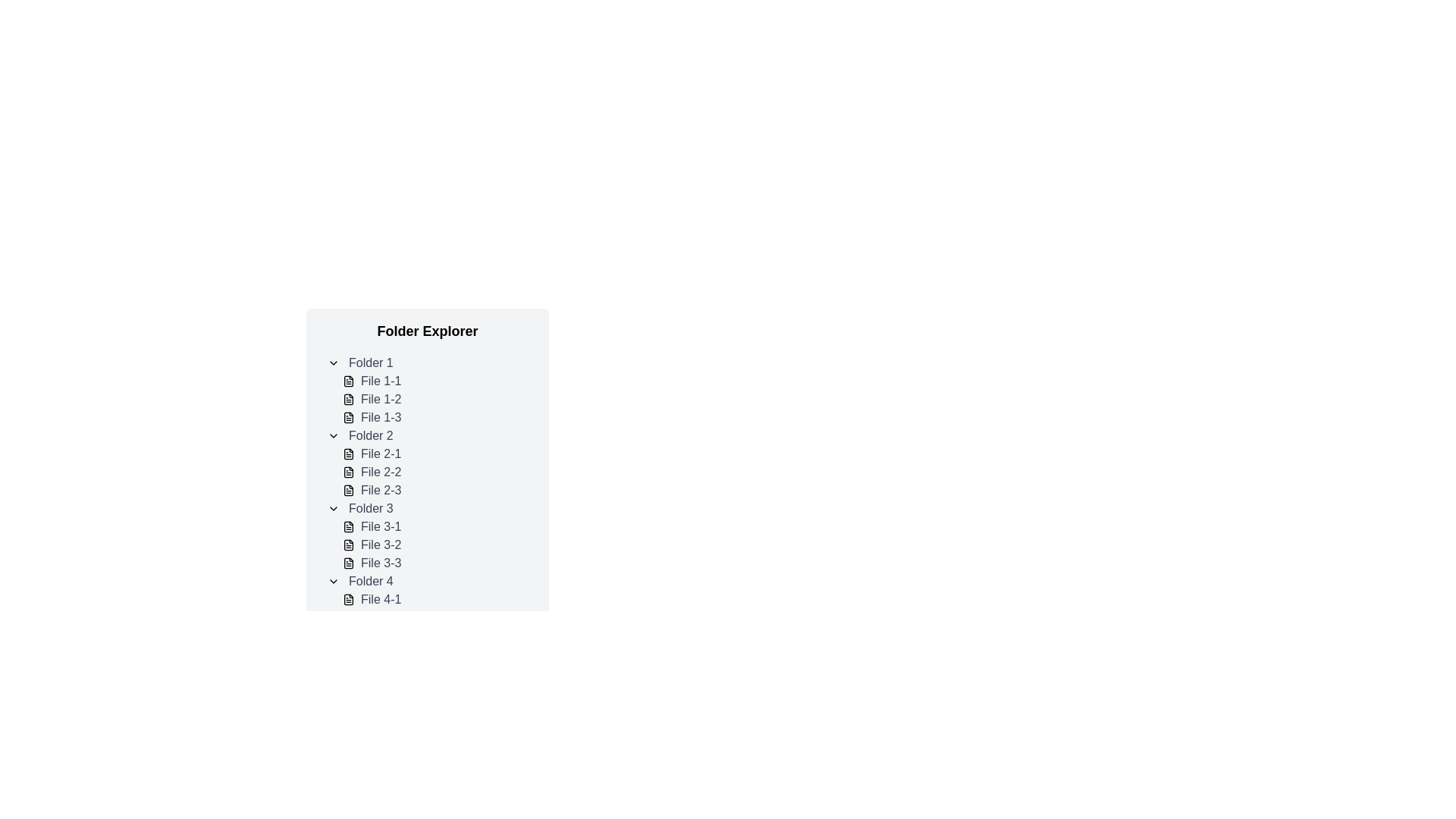 This screenshot has height=819, width=1456. What do you see at coordinates (348, 563) in the screenshot?
I see `the document icon located to the left of the 'File 3-3' label in the third folder group` at bounding box center [348, 563].